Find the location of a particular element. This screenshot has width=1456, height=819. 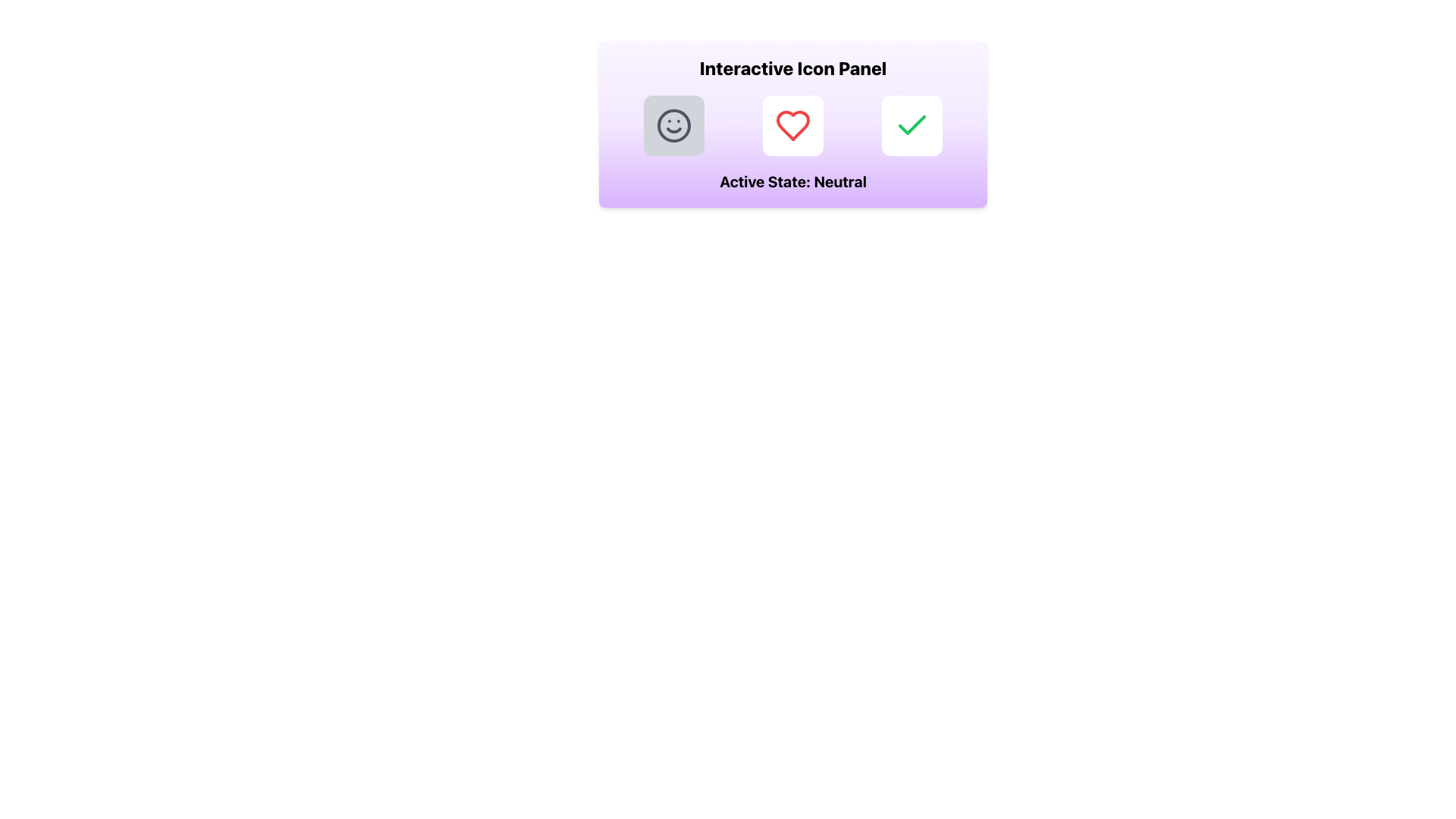

the Static Text Label displaying 'Active State: neutral' positioned under the 'Interactive Icon Panel' header is located at coordinates (792, 180).